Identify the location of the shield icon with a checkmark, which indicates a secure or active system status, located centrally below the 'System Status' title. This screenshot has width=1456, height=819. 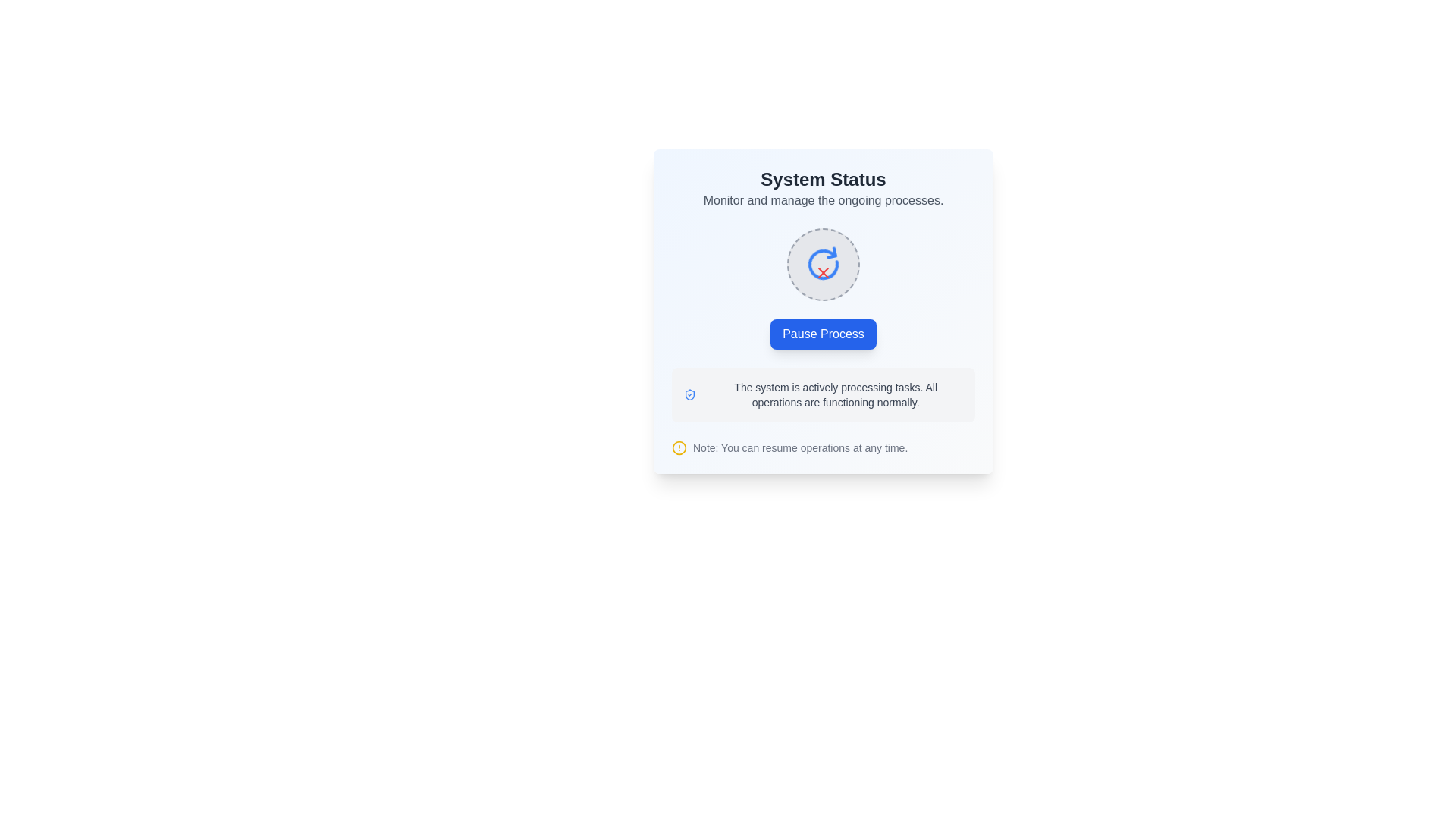
(689, 394).